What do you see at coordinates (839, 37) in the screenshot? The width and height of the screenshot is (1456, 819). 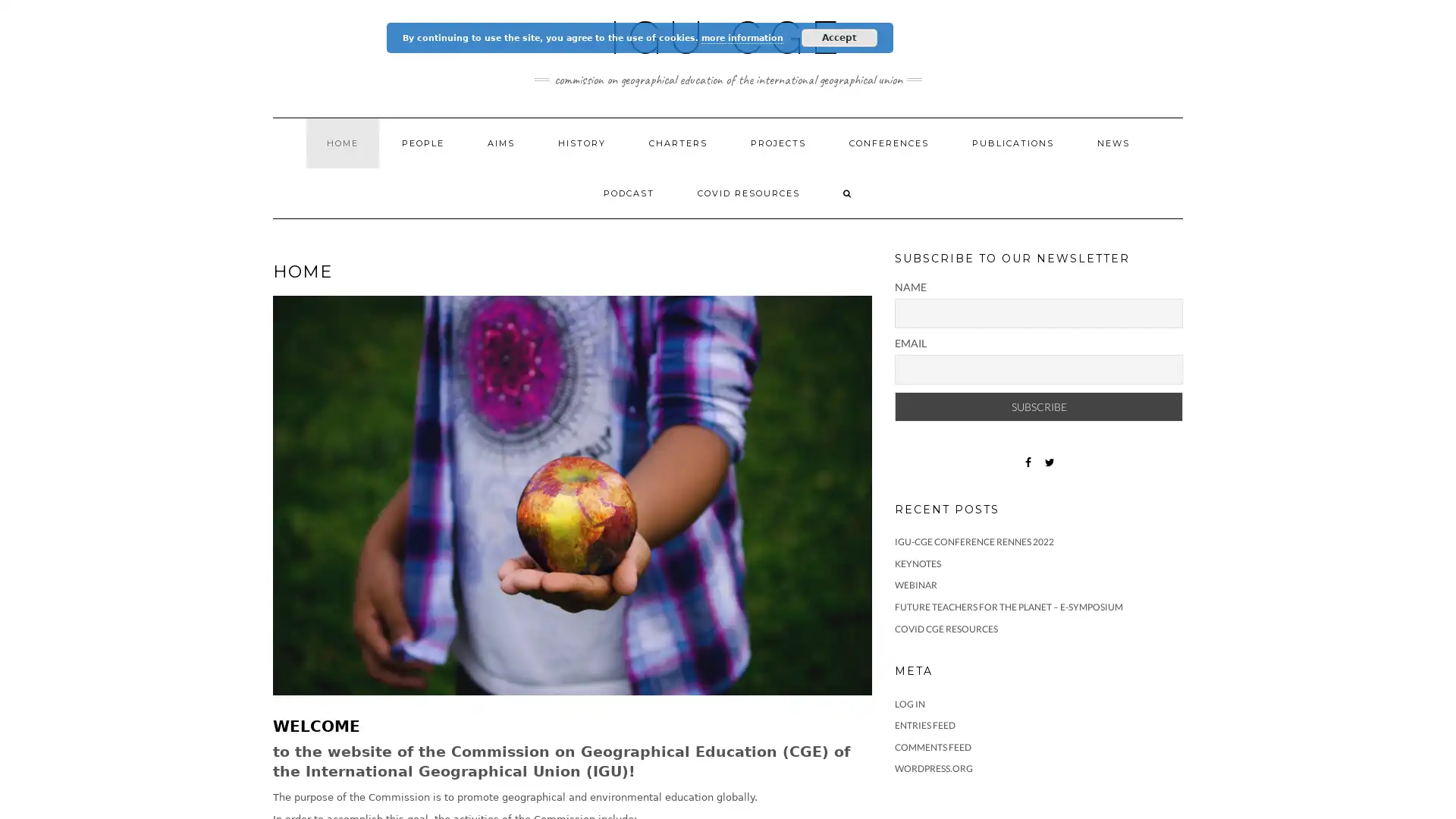 I see `Accept` at bounding box center [839, 37].